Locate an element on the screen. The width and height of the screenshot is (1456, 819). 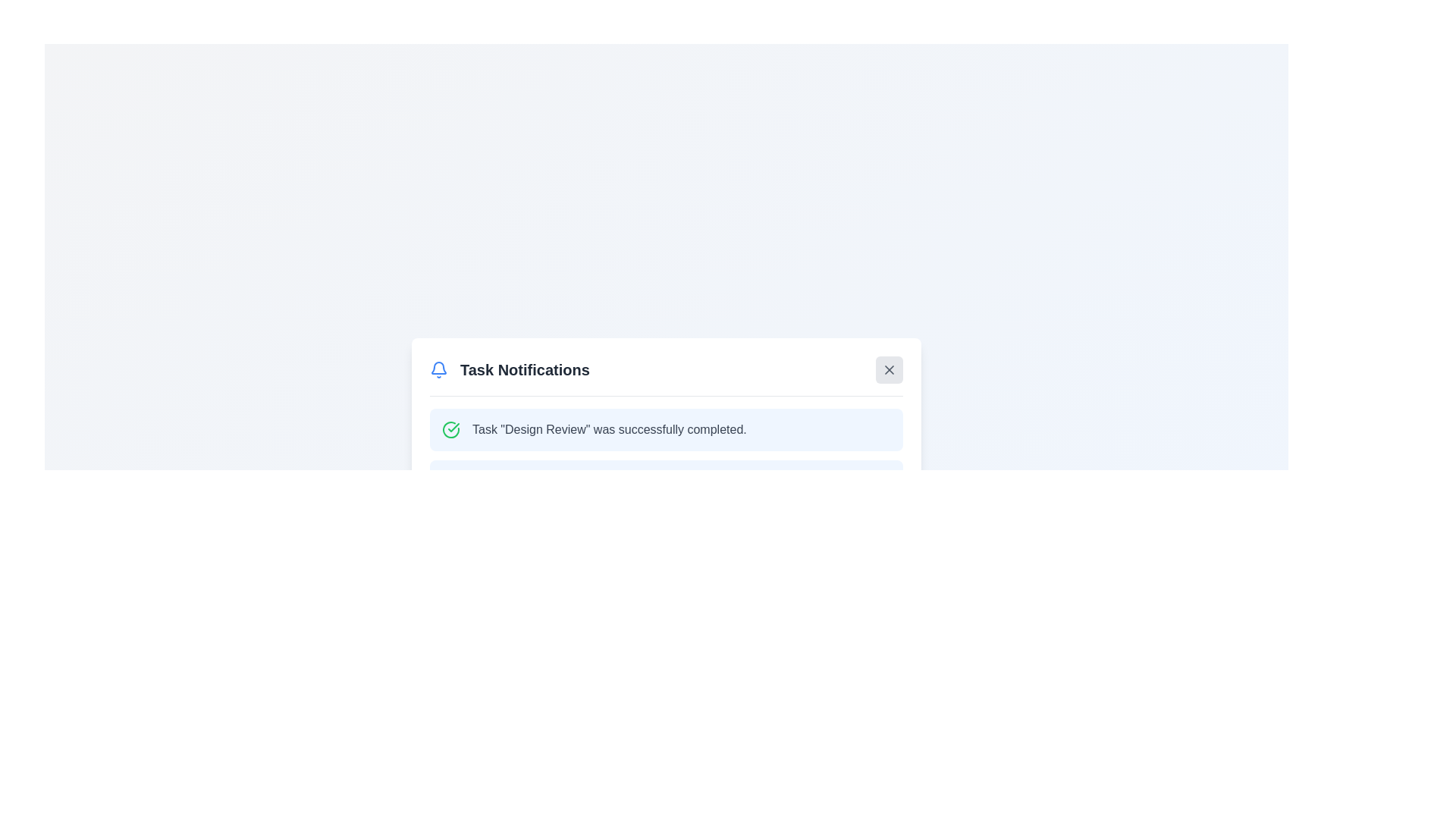
the small green checkmark icon within the circular outline, which indicates successful completion in the notification component is located at coordinates (453, 427).